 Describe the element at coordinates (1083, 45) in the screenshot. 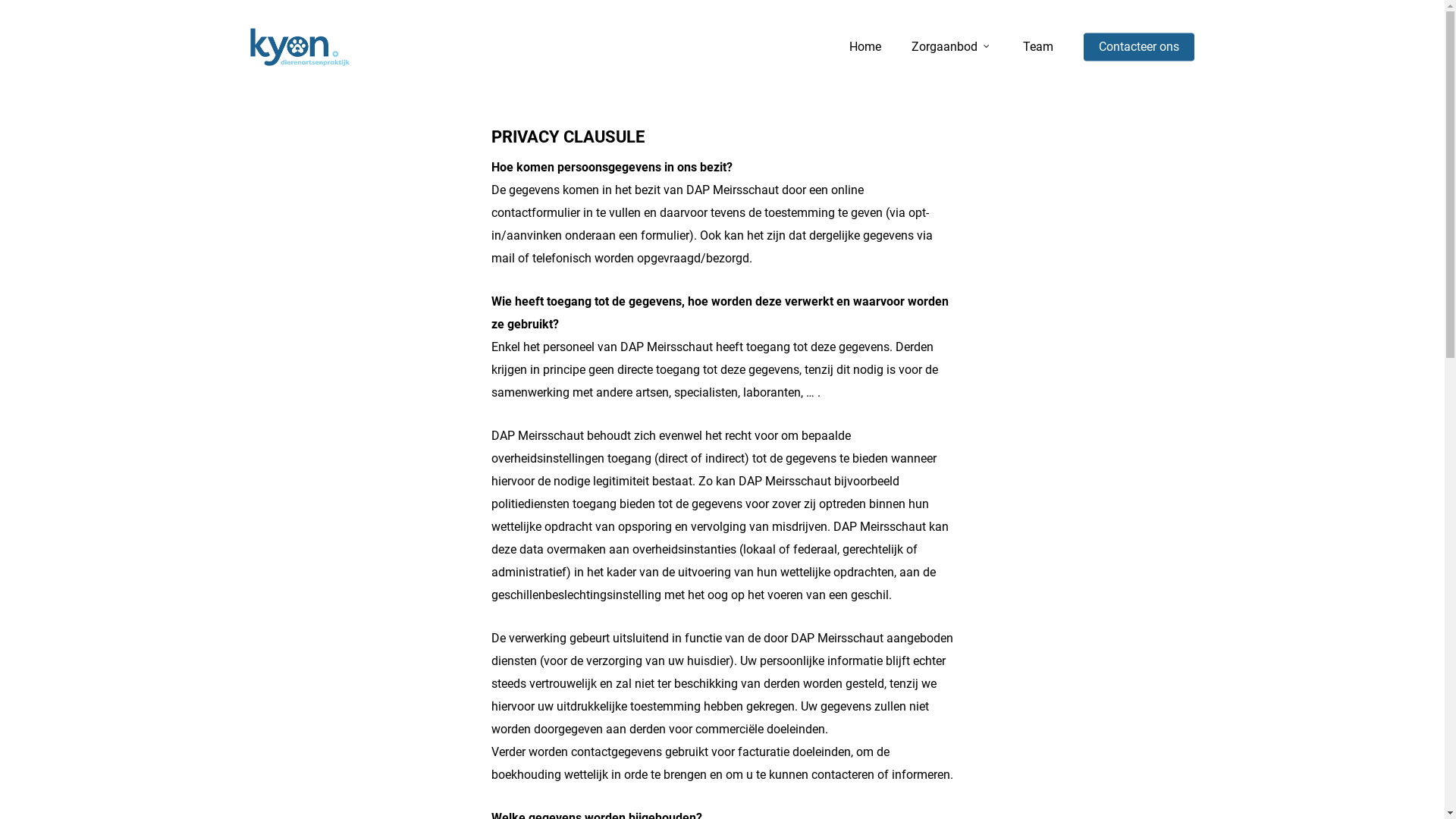

I see `'Contacteer ons'` at that location.